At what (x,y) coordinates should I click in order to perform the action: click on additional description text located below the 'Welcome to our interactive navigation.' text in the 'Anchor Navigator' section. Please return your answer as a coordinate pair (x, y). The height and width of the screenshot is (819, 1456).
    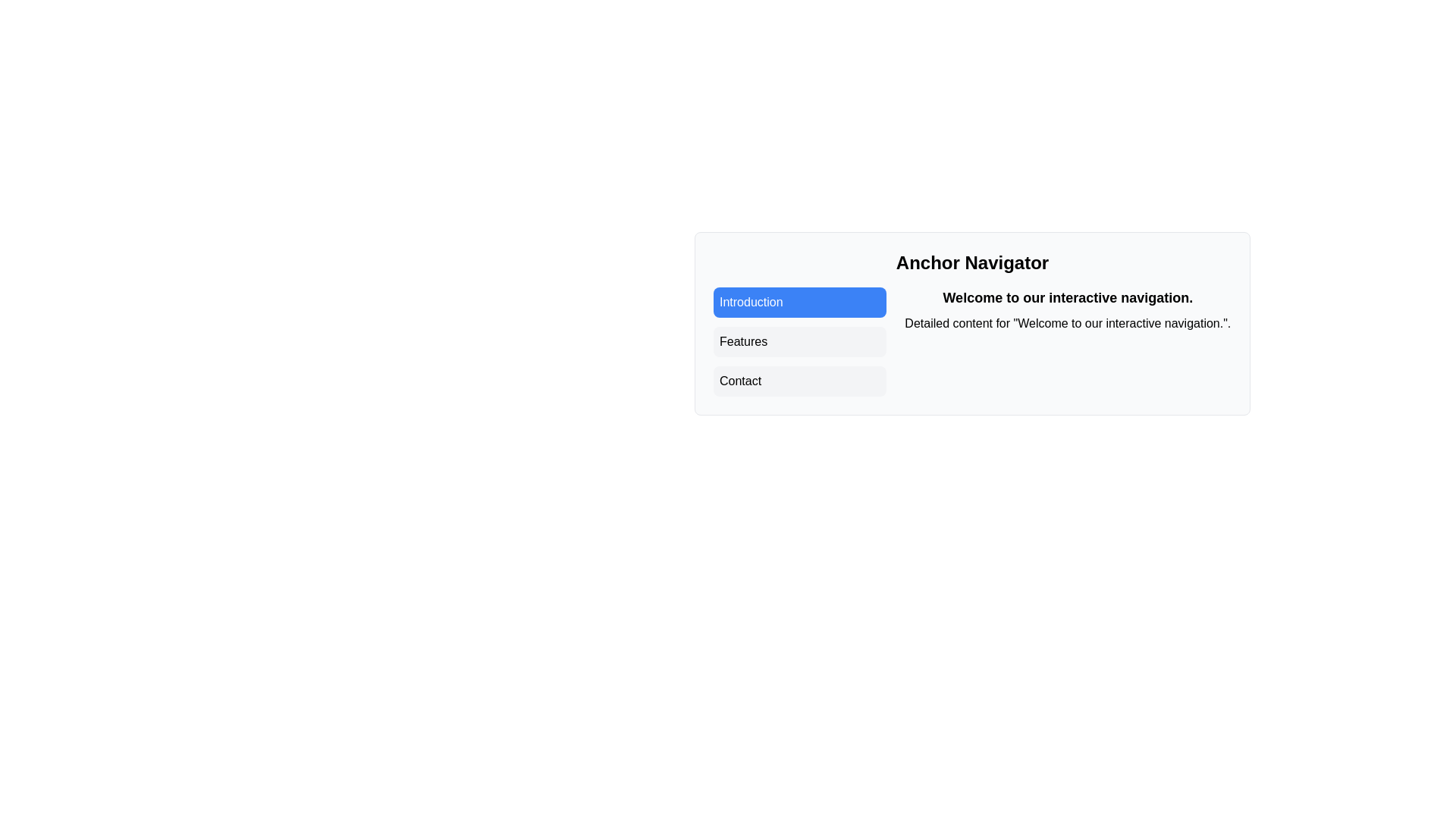
    Looking at the image, I should click on (1067, 323).